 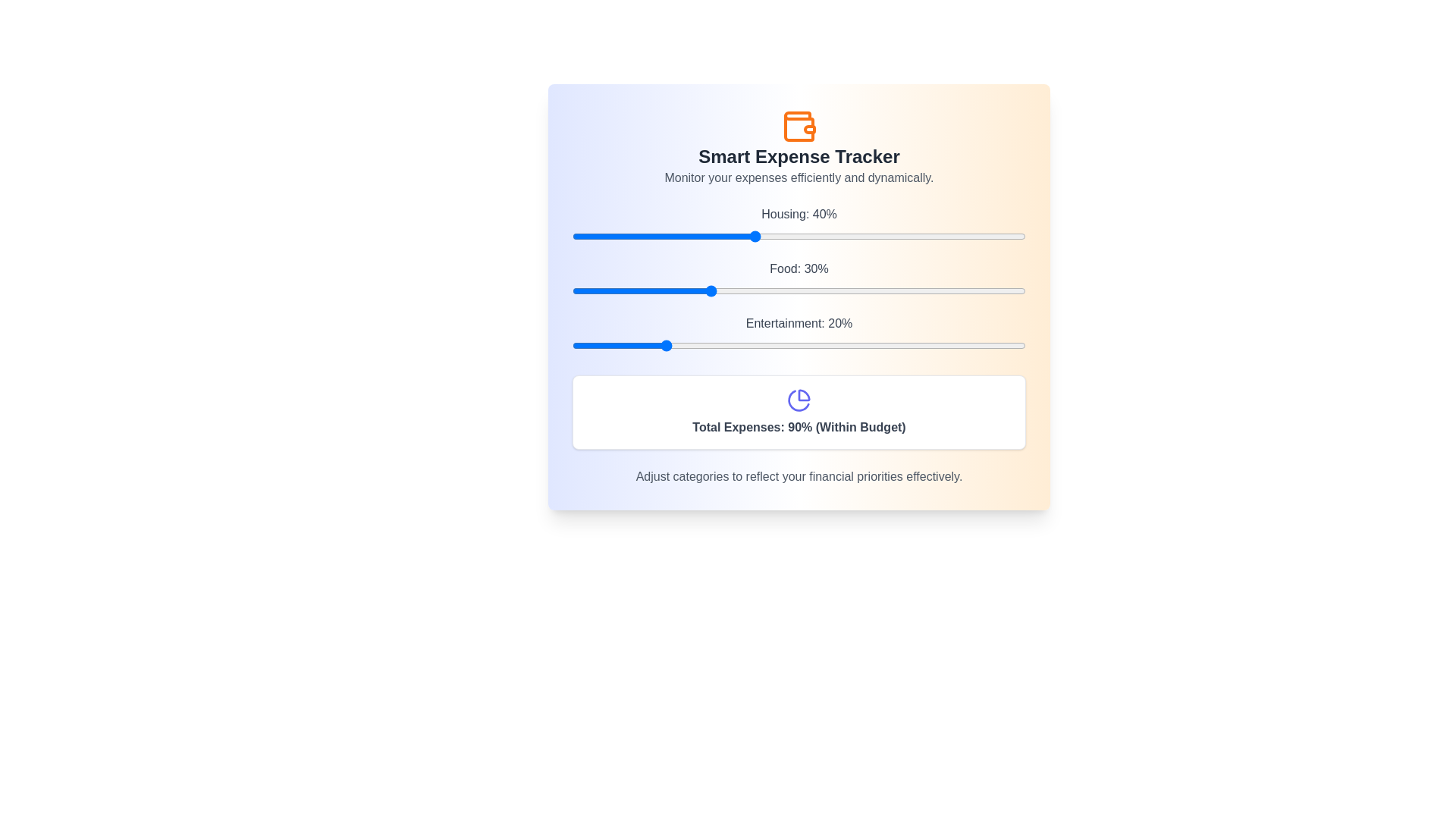 I want to click on the Food slider to set its value to 50%, so click(x=799, y=291).